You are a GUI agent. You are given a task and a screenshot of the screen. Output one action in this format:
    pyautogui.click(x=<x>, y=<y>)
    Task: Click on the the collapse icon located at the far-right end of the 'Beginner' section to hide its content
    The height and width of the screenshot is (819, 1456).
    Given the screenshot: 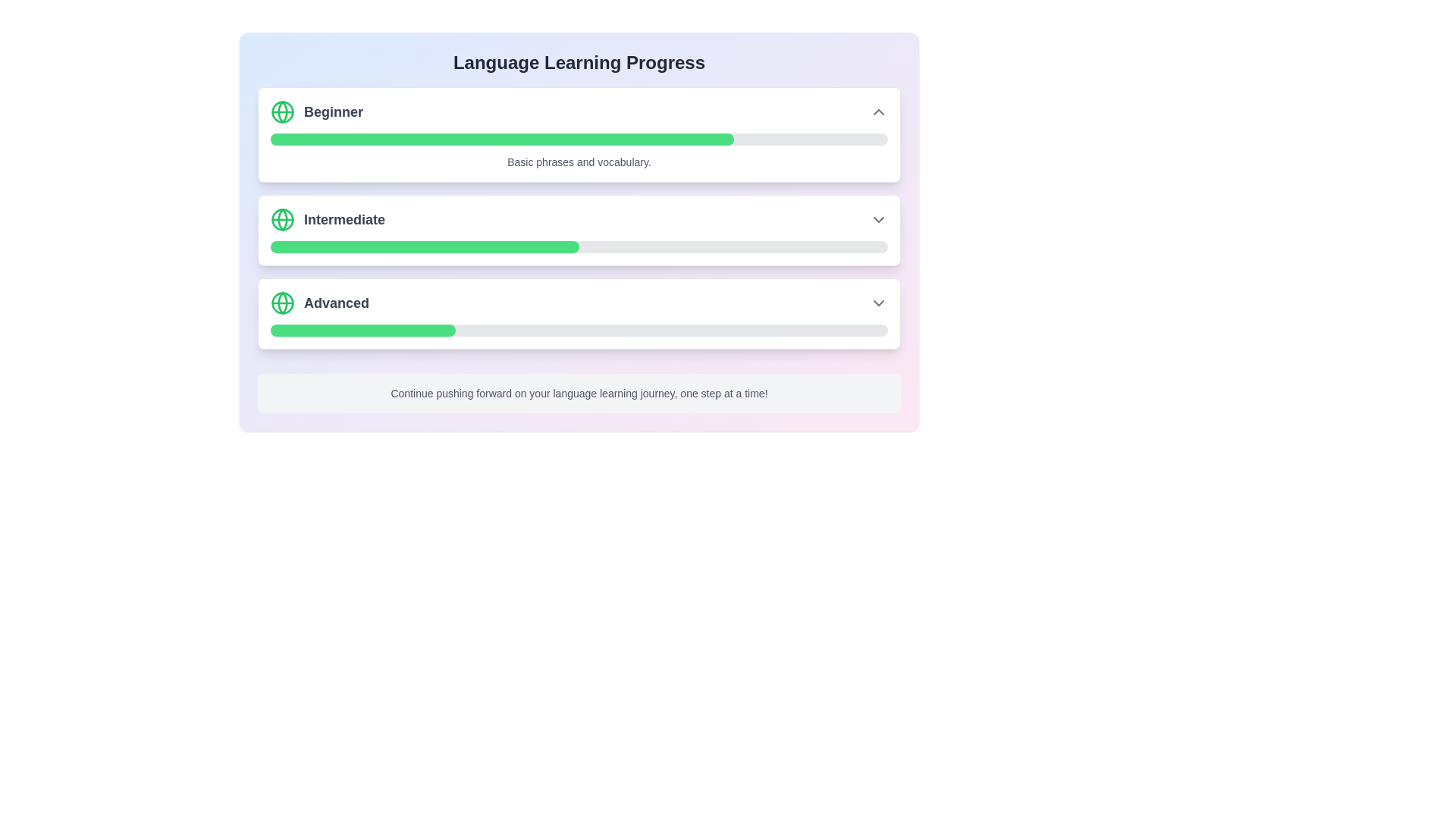 What is the action you would take?
    pyautogui.click(x=878, y=111)
    